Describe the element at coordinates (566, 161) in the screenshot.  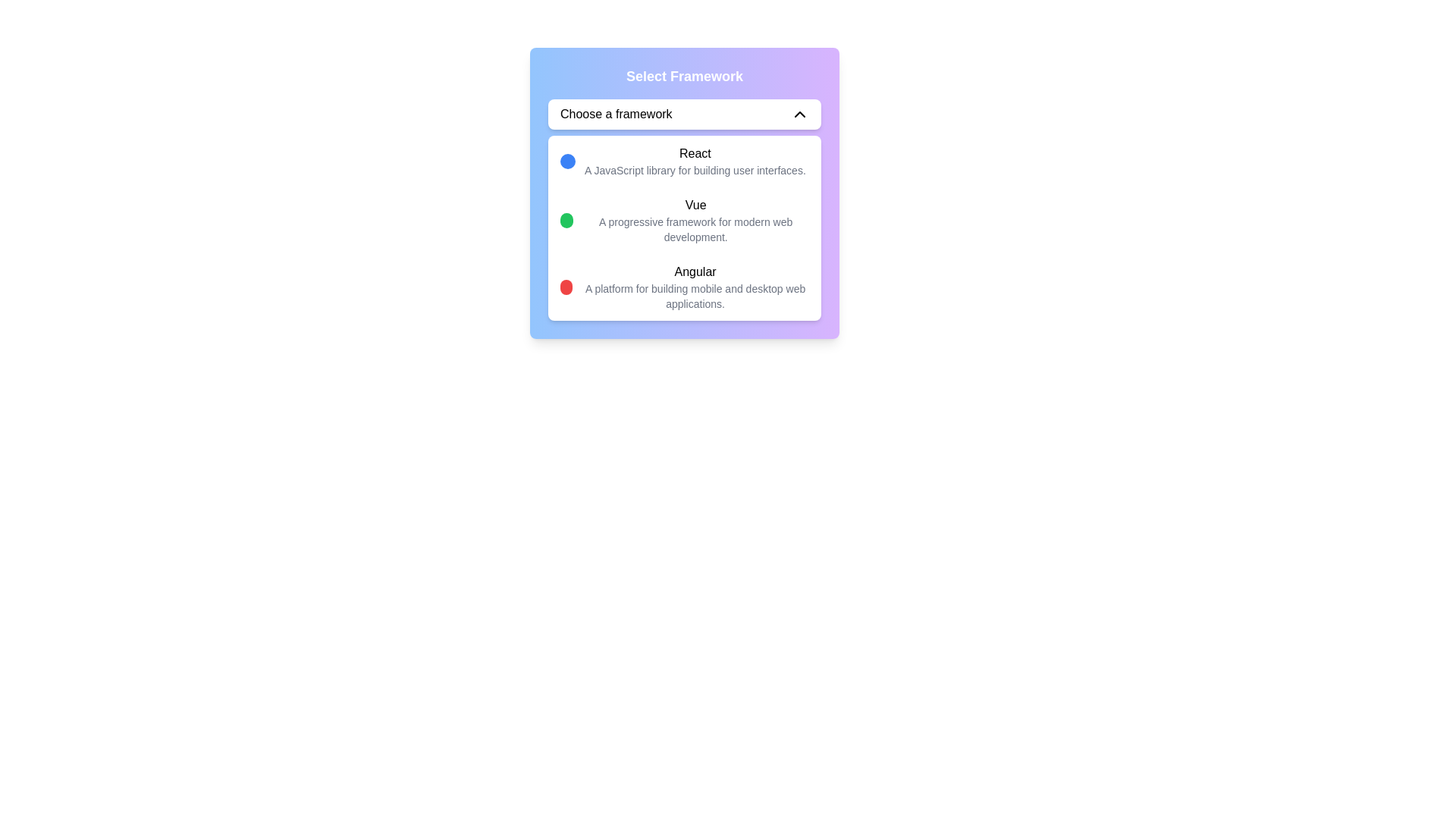
I see `the first circular visual indicator in the 'Select Framework' dropdown, which is aligned left of the 'React' header and description text` at that location.